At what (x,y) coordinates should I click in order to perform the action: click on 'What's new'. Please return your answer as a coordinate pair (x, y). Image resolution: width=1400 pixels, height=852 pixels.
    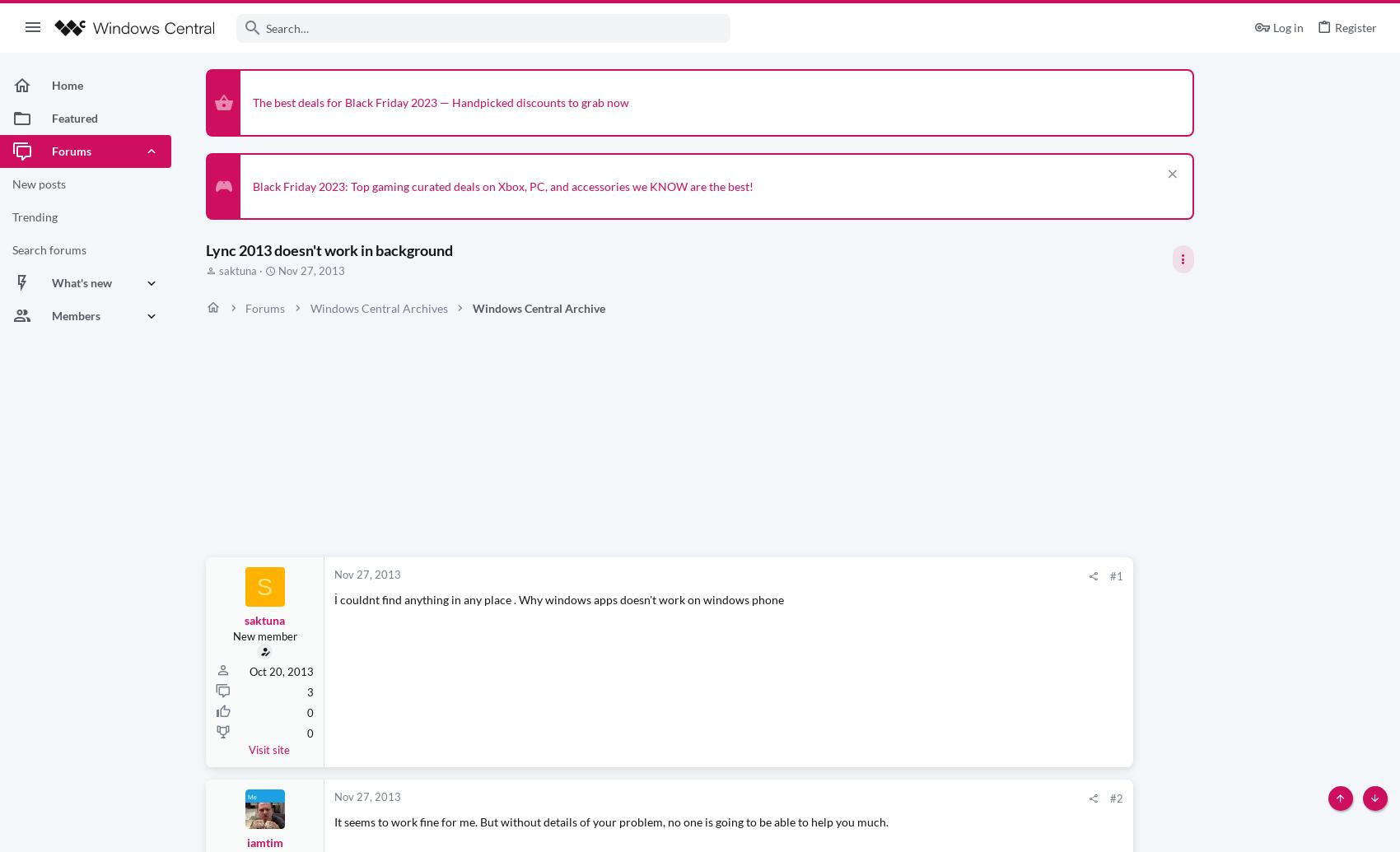
    Looking at the image, I should click on (82, 282).